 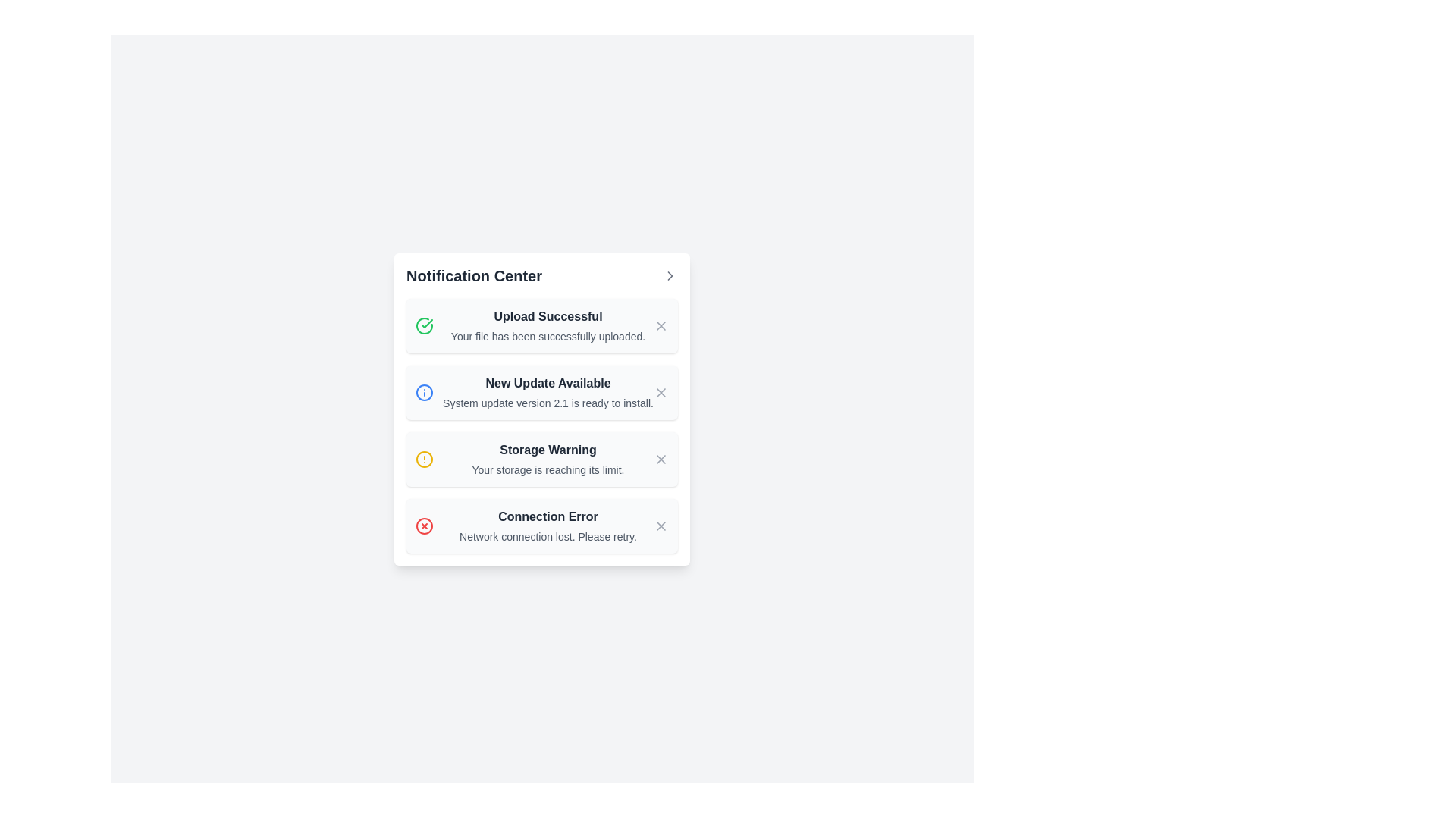 I want to click on the informational icon indicating a new update available, located to the left of the 'New Update Available' title in the second notification of the Notification Center, so click(x=425, y=391).